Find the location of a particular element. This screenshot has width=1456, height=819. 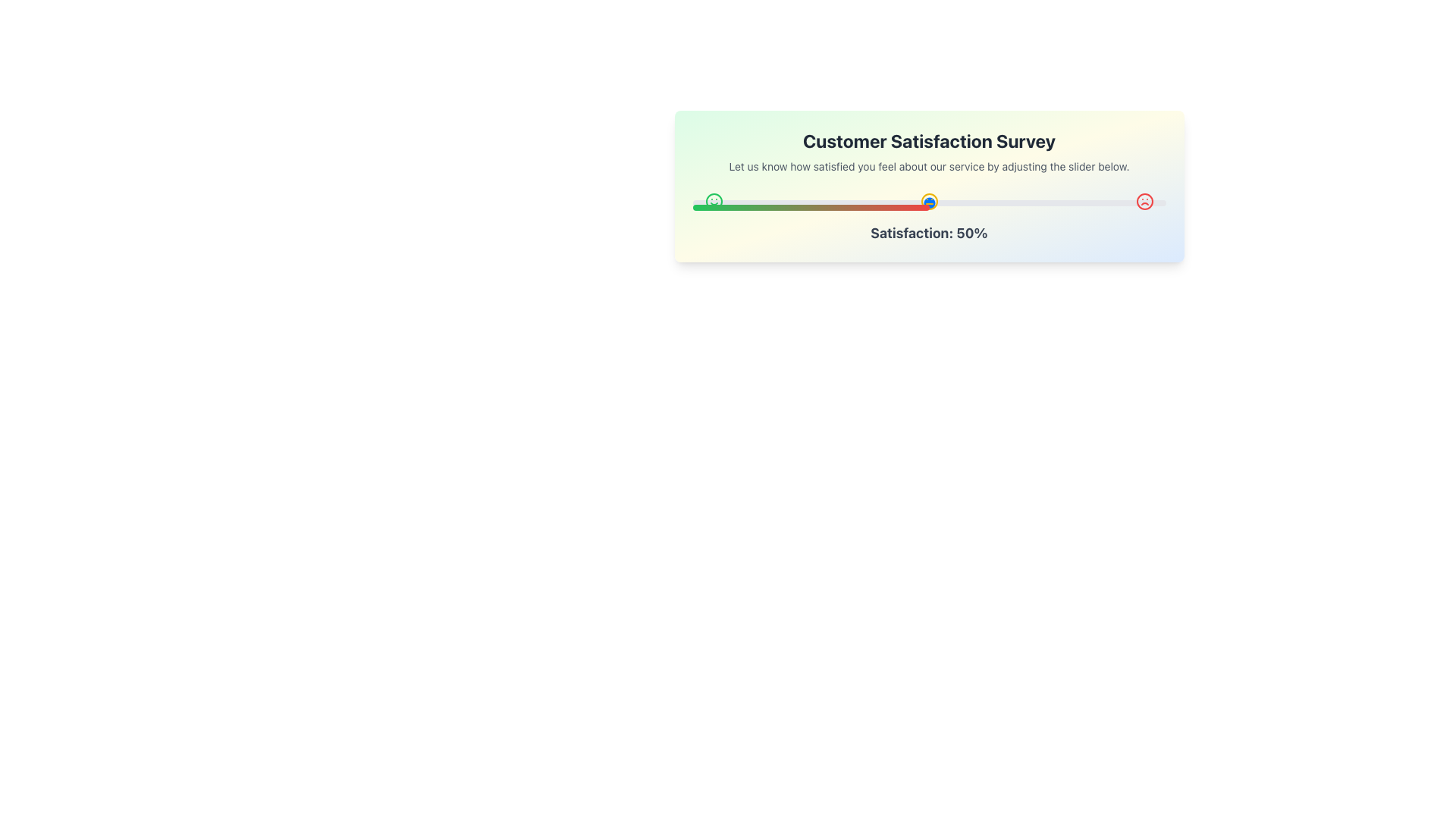

satisfaction level is located at coordinates (768, 202).